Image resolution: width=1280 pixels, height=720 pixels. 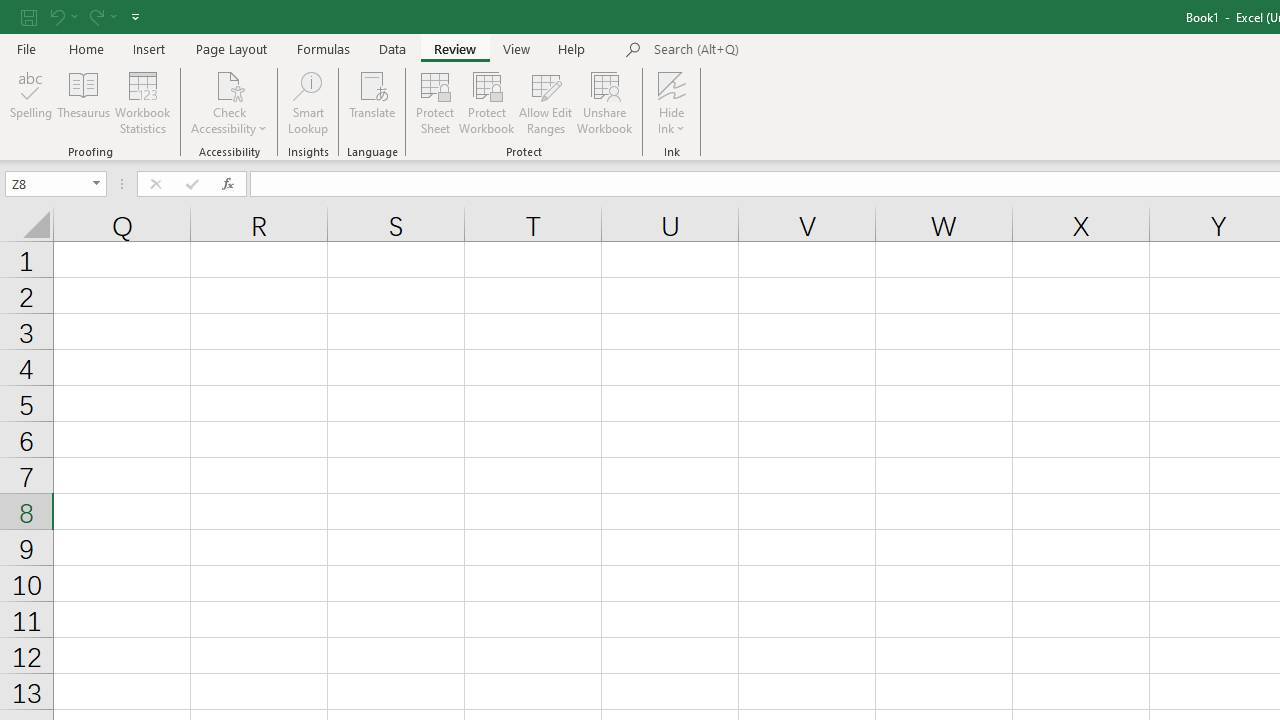 I want to click on 'View', so click(x=517, y=48).